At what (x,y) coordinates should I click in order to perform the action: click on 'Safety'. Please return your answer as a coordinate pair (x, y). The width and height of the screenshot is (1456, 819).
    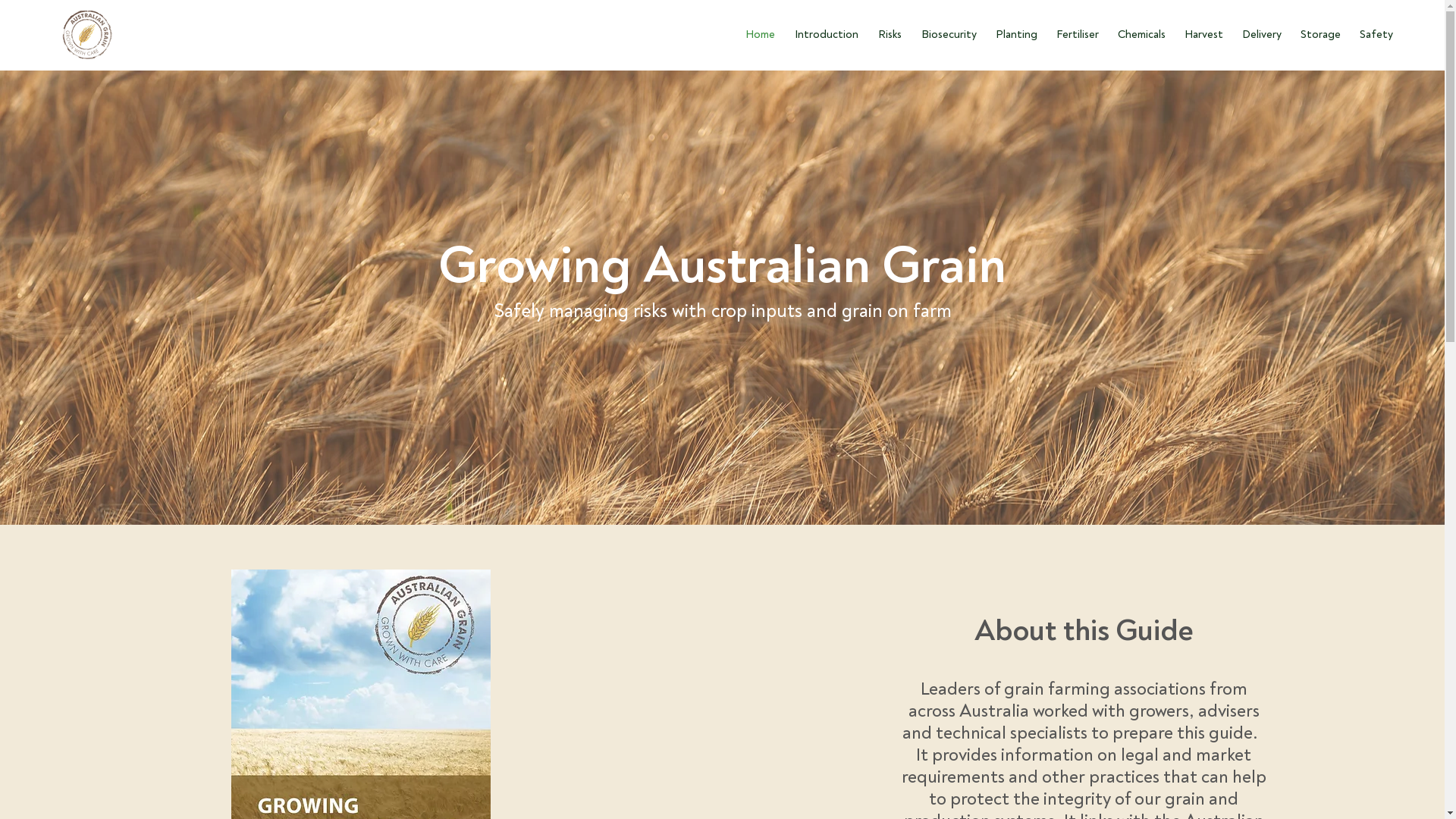
    Looking at the image, I should click on (1348, 34).